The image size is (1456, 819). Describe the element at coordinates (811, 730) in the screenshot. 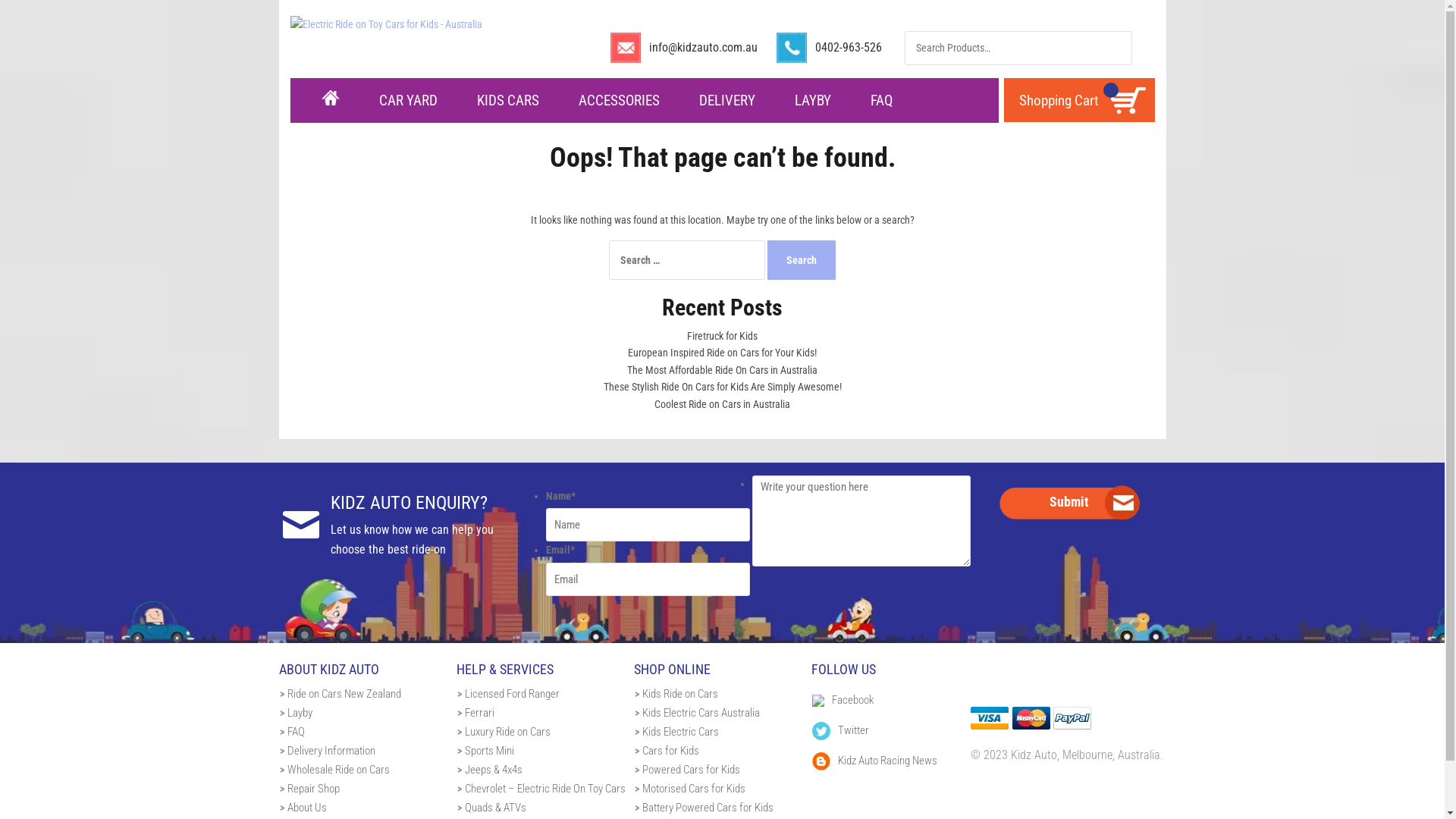

I see `'Twitter'` at that location.